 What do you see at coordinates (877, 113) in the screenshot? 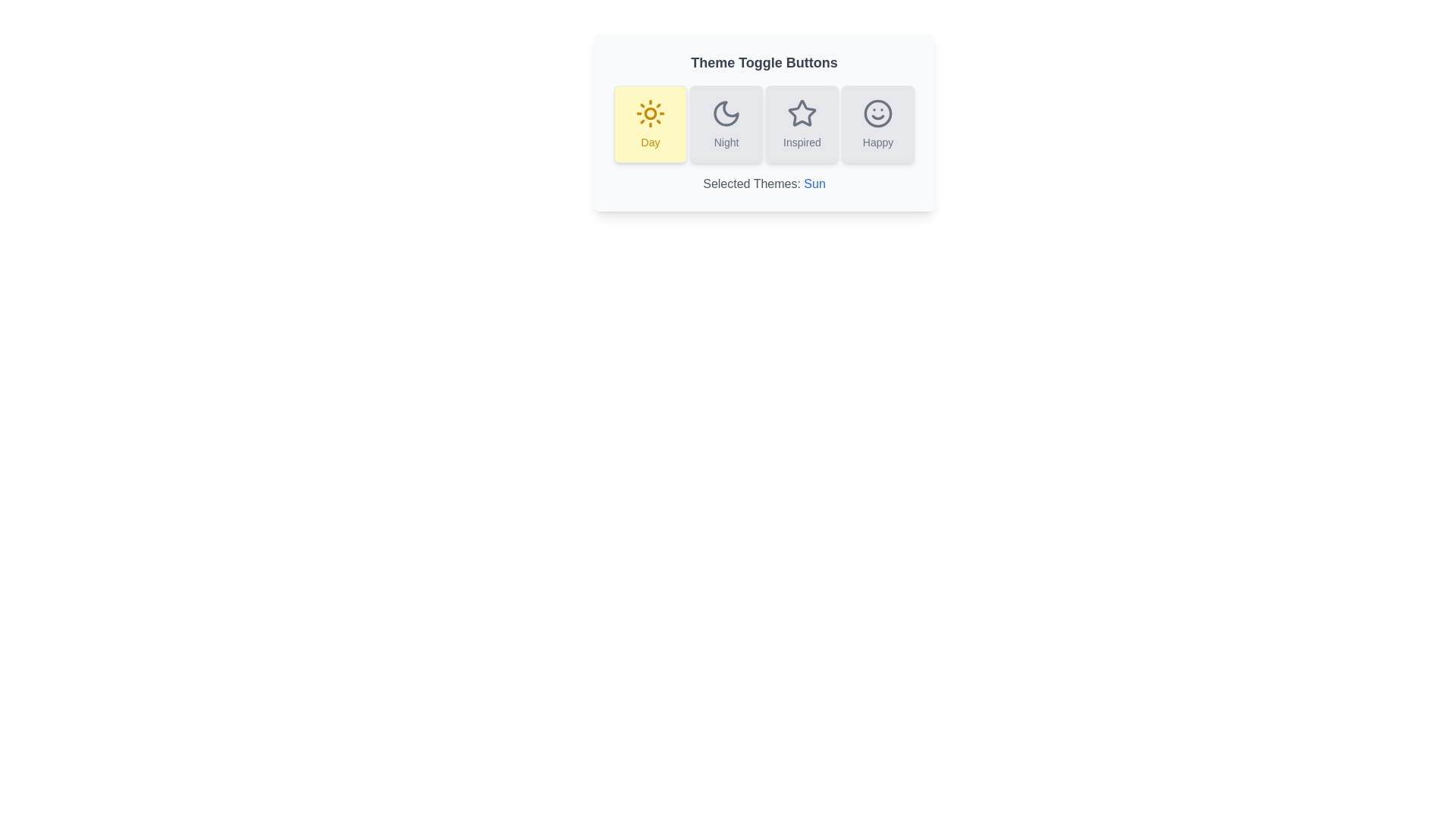
I see `the 'Happy' SVG icon located inside the fourth button of the 'Theme Toggle Buttons' group on the far right` at bounding box center [877, 113].